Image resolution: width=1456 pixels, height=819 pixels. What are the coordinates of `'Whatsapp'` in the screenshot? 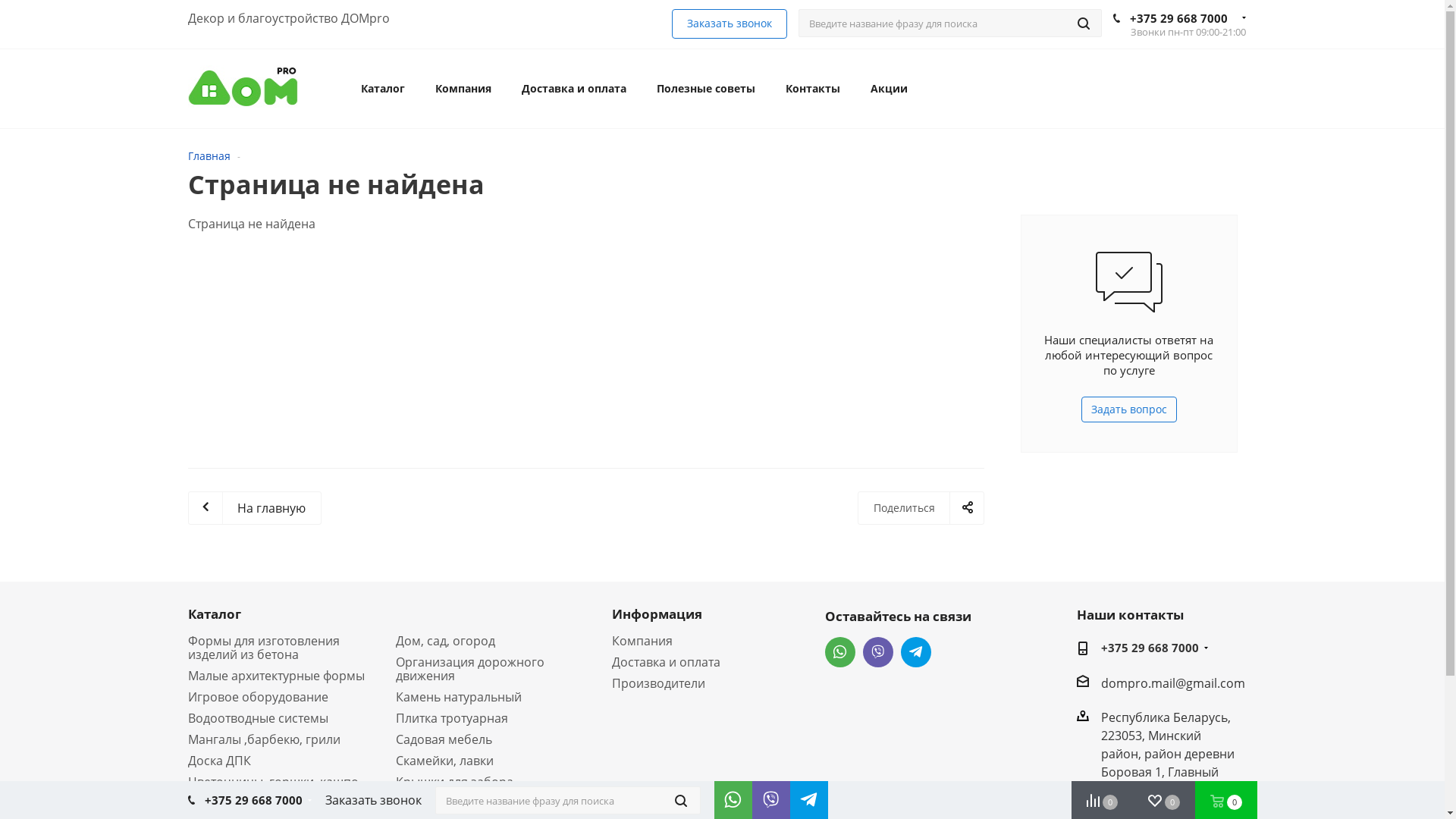 It's located at (713, 795).